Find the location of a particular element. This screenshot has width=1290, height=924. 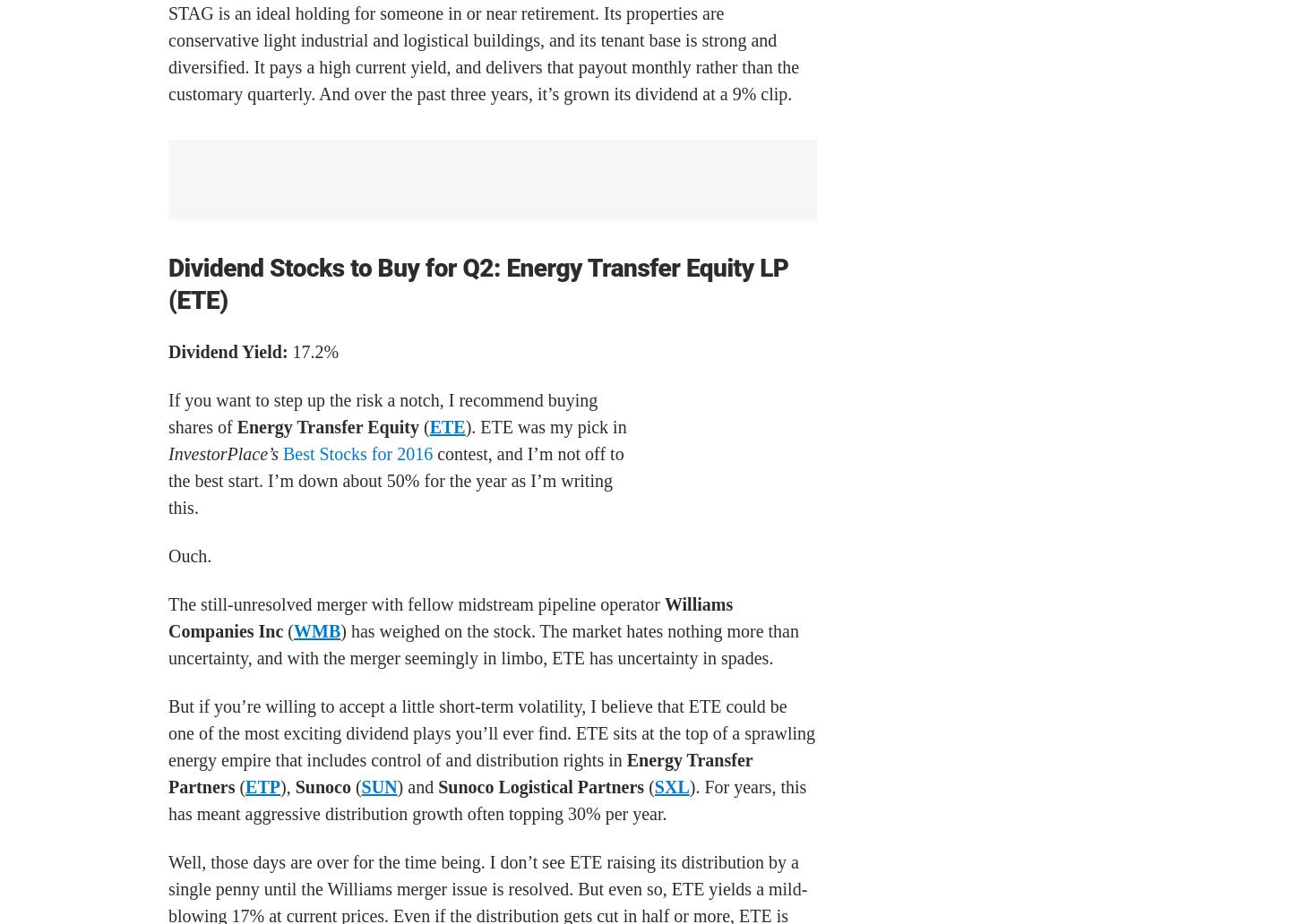

'17.2%' is located at coordinates (287, 350).